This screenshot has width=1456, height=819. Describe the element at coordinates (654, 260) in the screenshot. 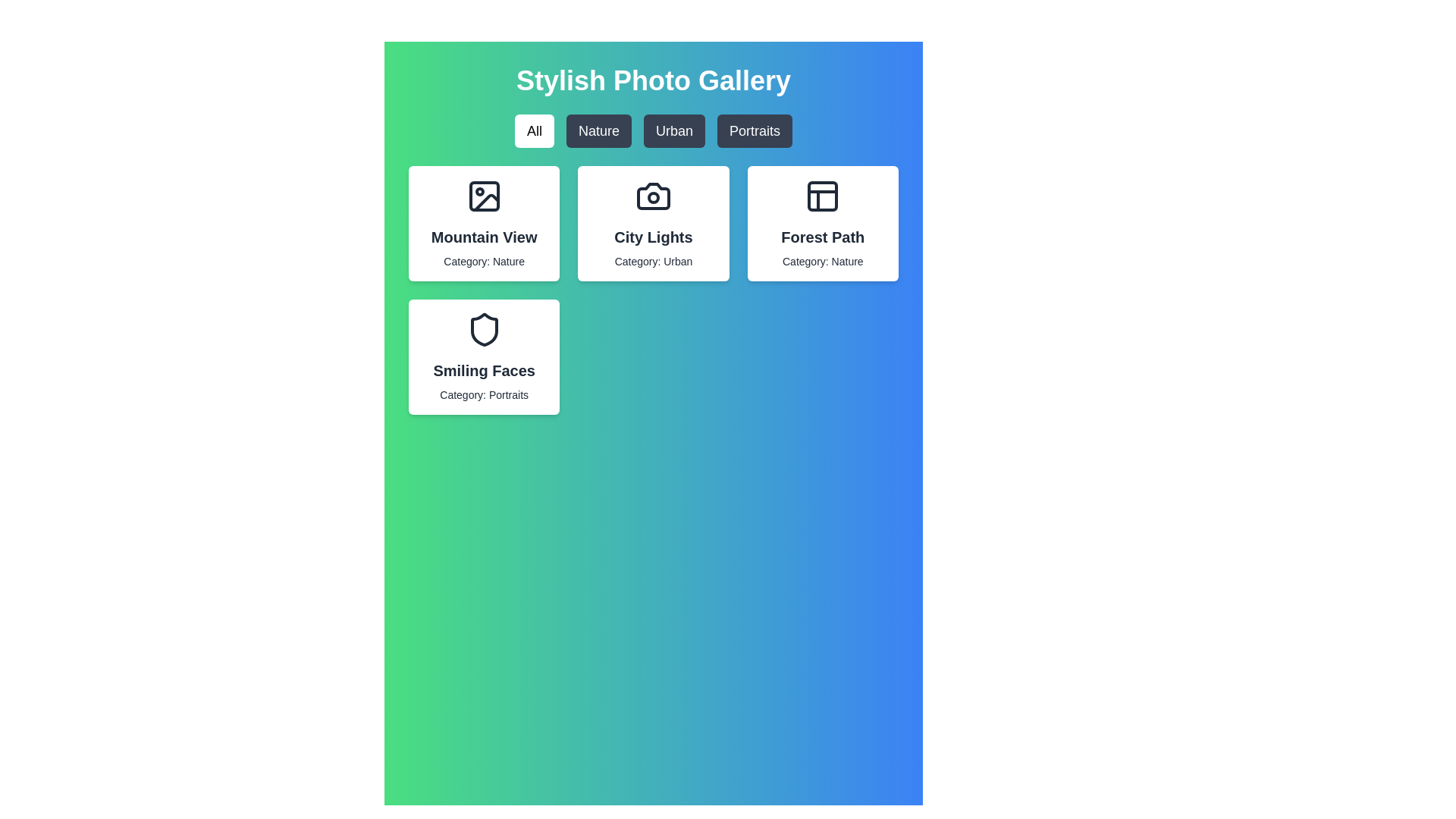

I see `the static text label displaying 'Category: Urban'` at that location.